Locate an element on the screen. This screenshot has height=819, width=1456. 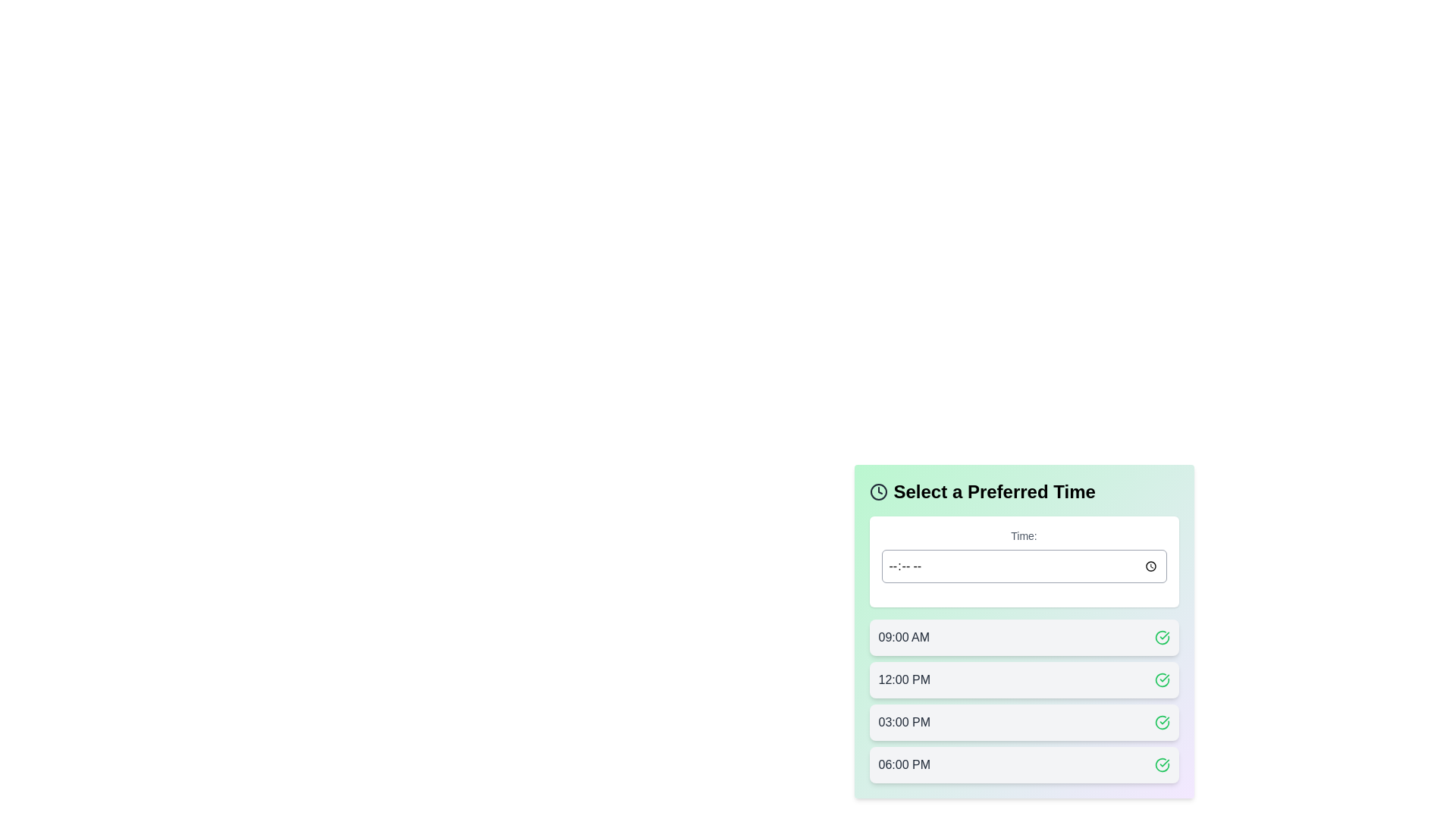
the green circular icon with a checked mark located to the right of the '12:00 PM' row is located at coordinates (1161, 679).